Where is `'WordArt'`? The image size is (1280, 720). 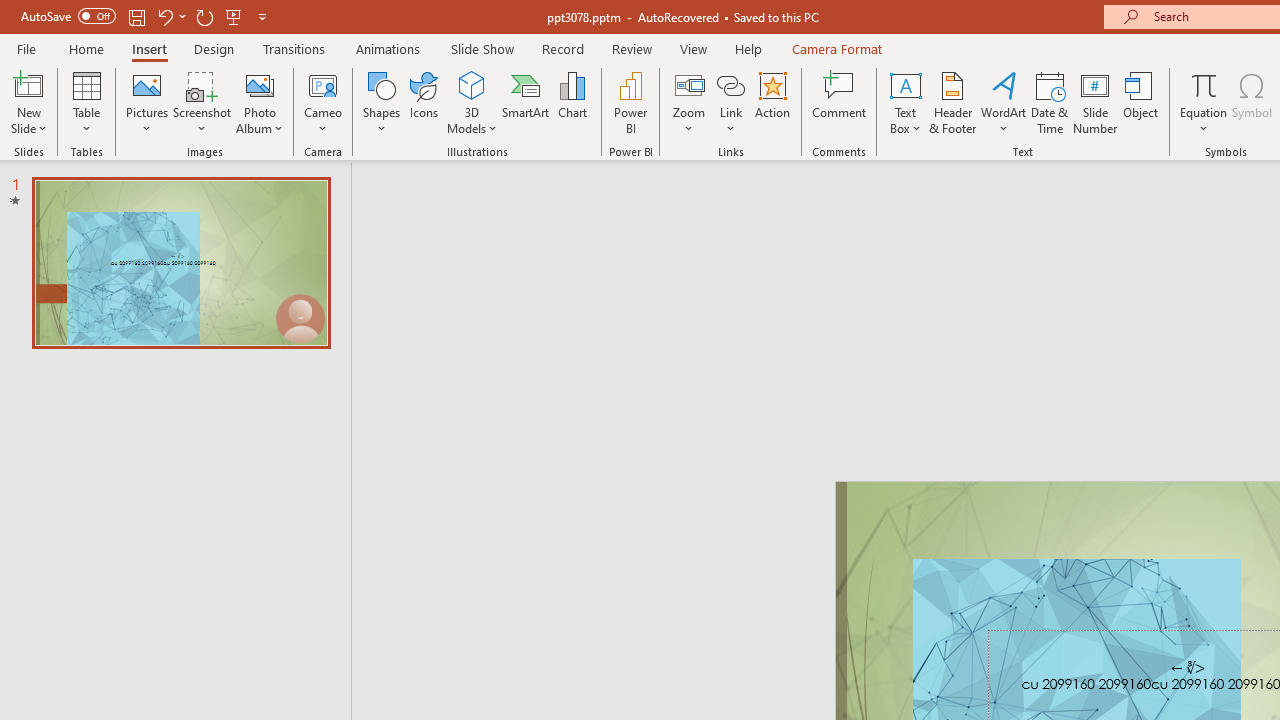
'WordArt' is located at coordinates (1004, 103).